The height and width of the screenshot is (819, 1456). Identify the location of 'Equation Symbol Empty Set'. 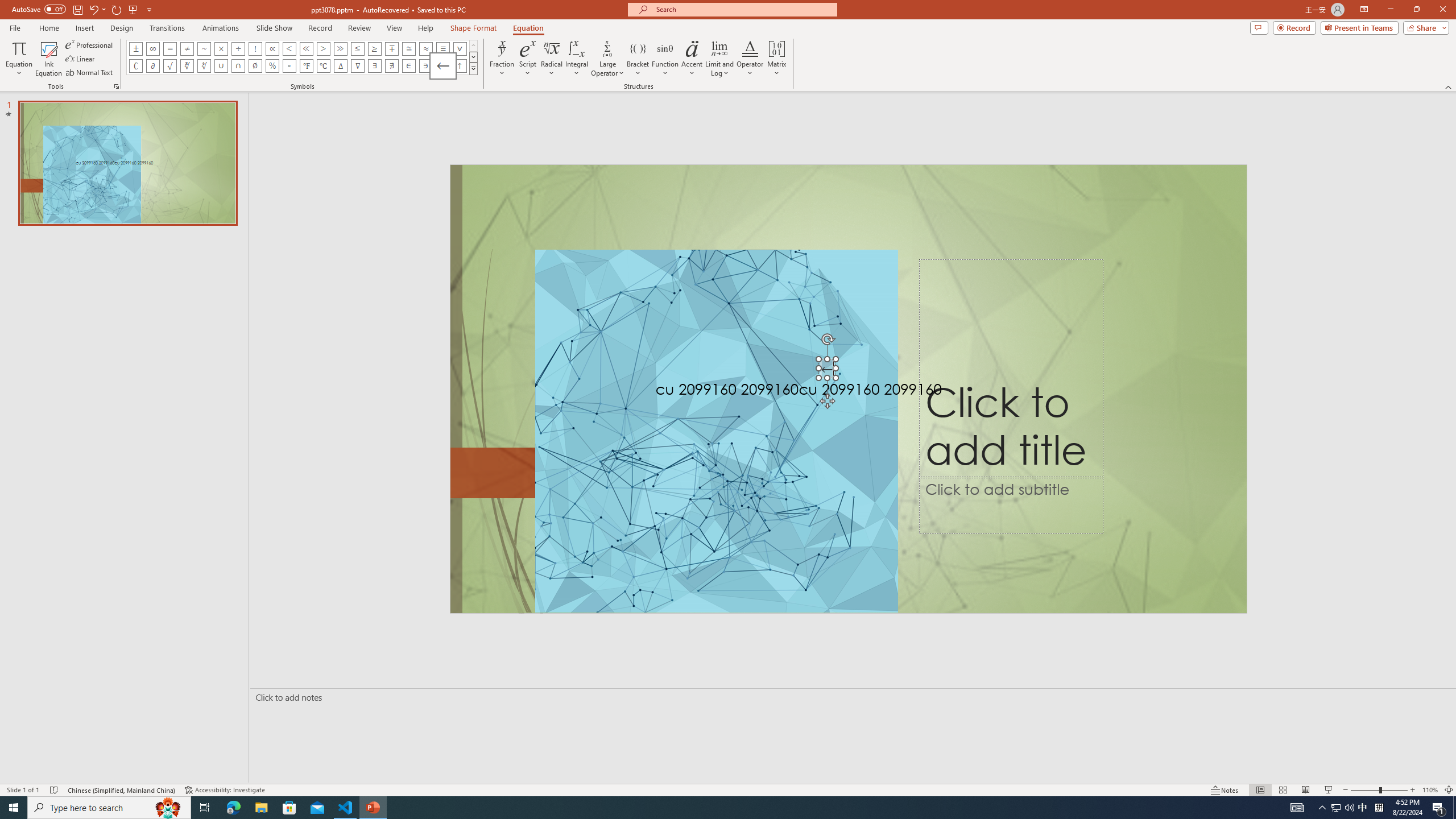
(255, 65).